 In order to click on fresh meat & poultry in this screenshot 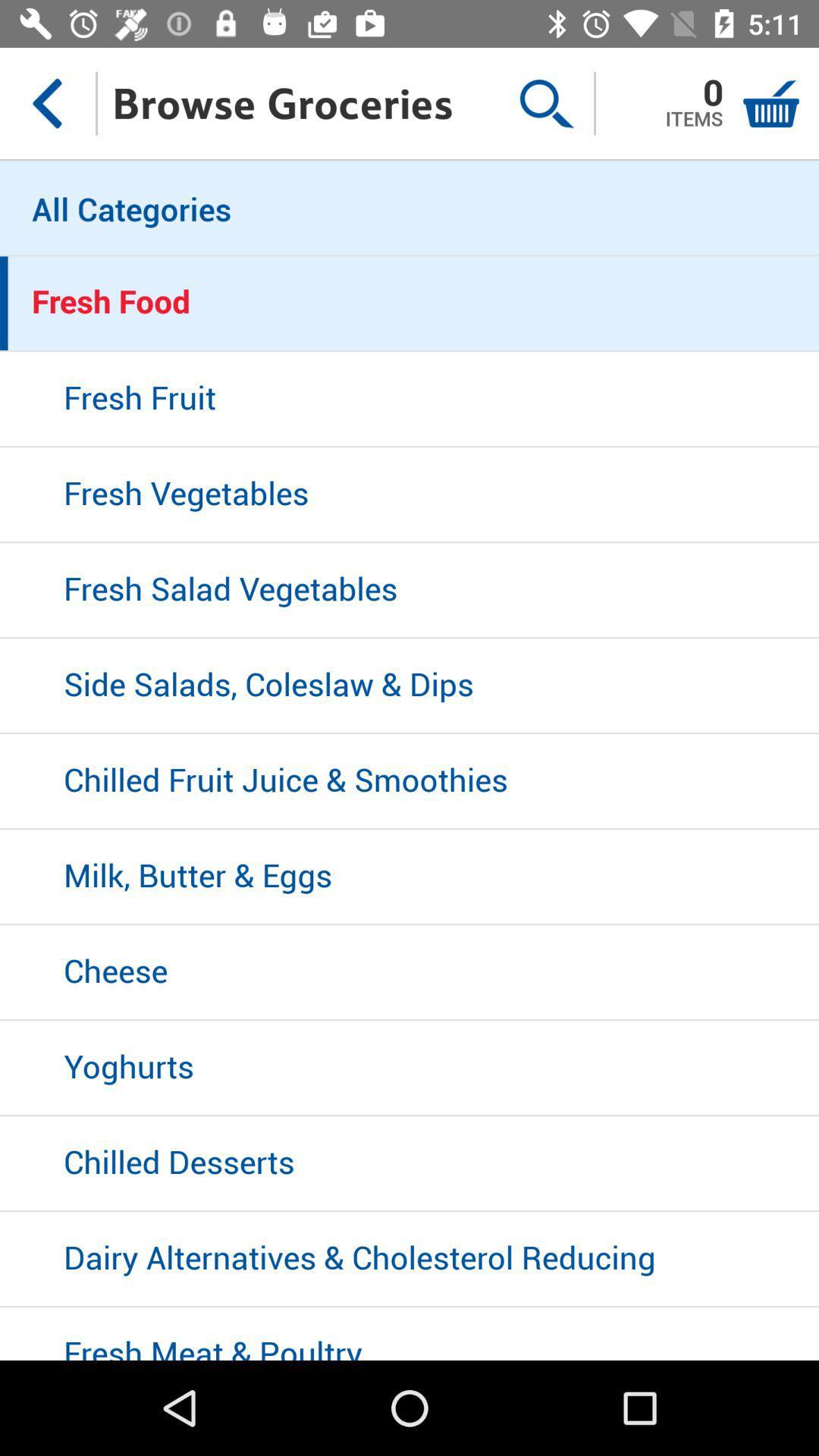, I will do `click(409, 1333)`.